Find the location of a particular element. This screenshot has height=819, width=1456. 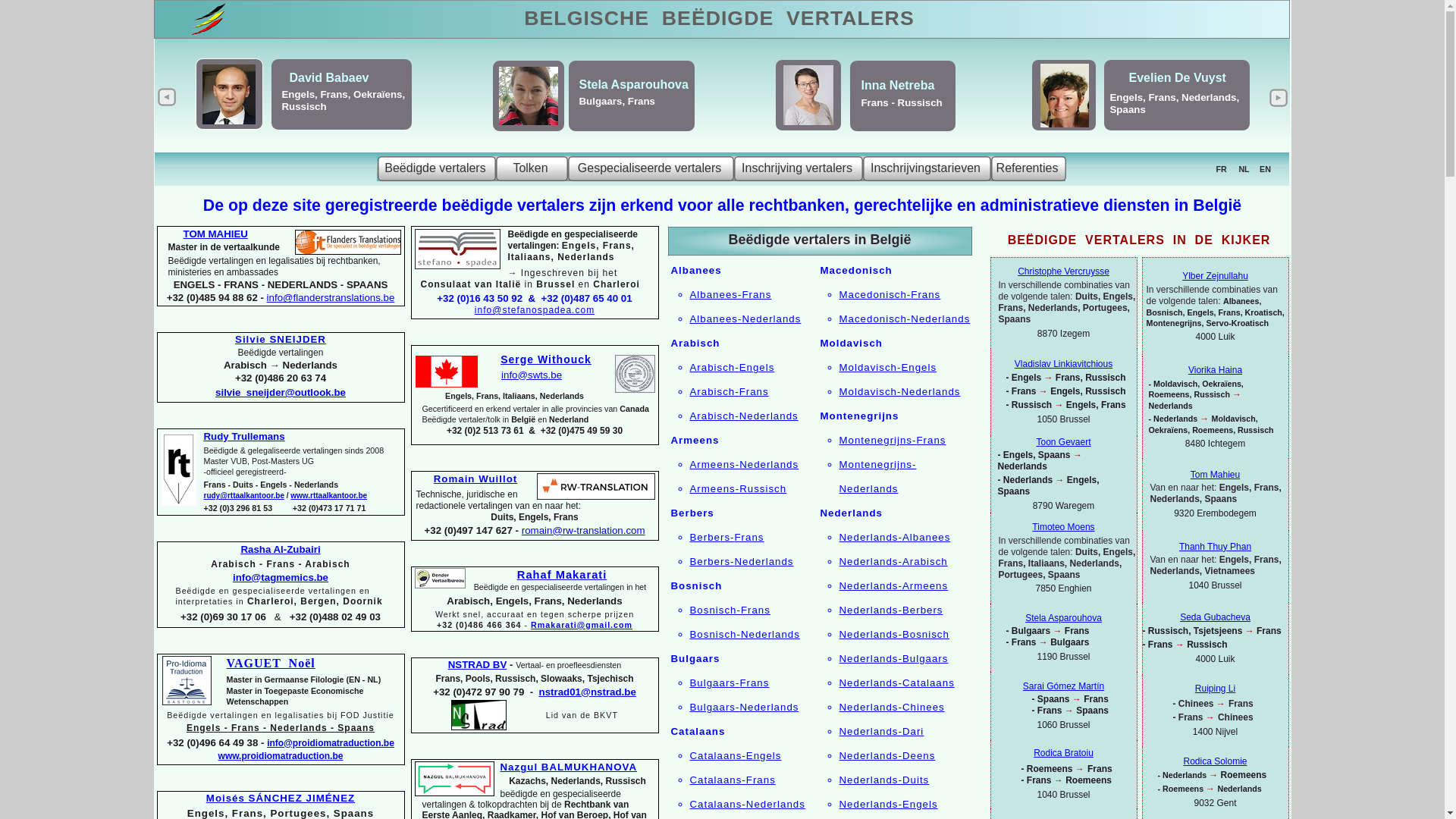

'Christophe Vercruysse' is located at coordinates (1062, 271).